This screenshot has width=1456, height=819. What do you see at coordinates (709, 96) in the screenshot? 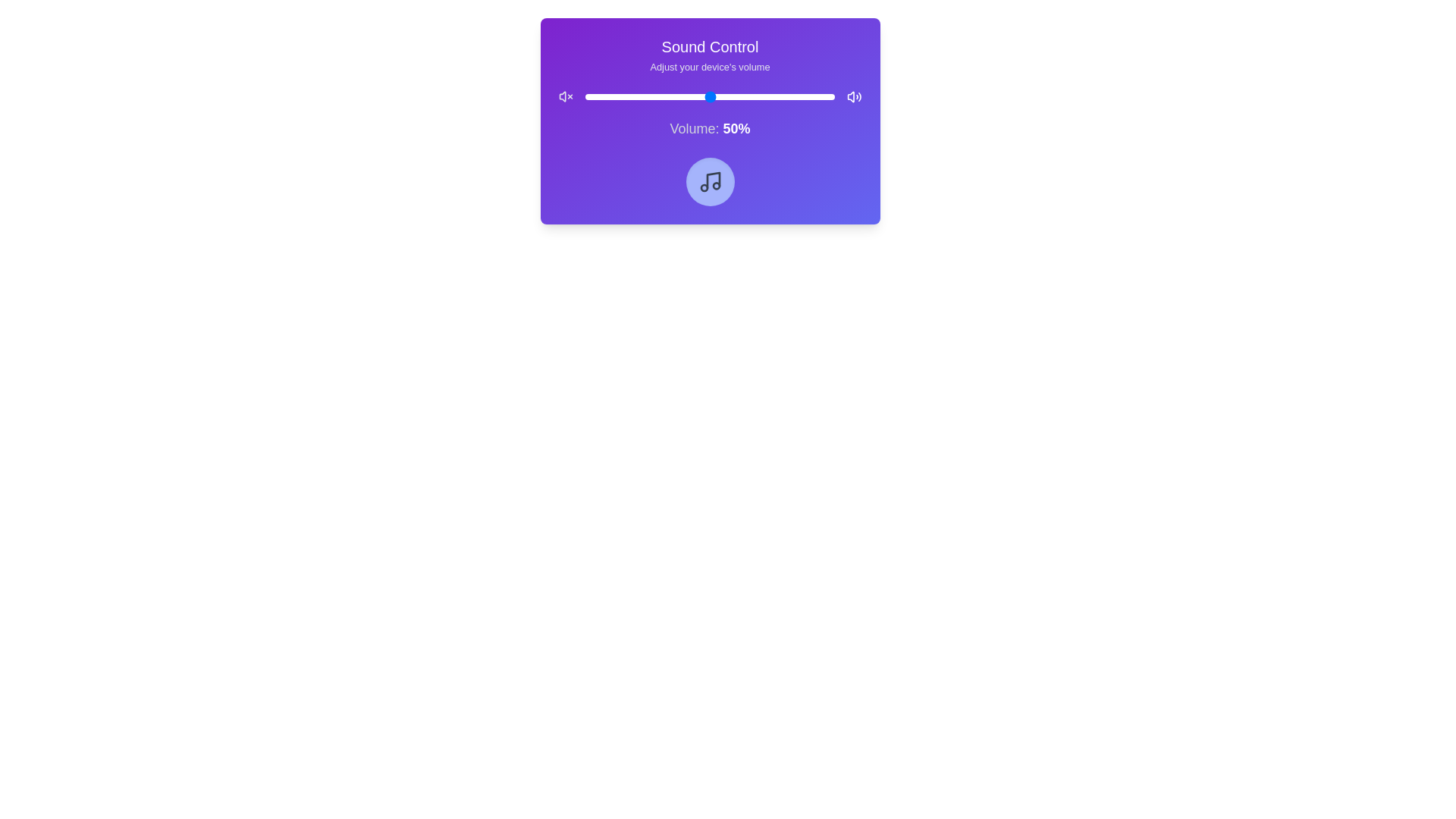
I see `the volume slider to 50%` at bounding box center [709, 96].